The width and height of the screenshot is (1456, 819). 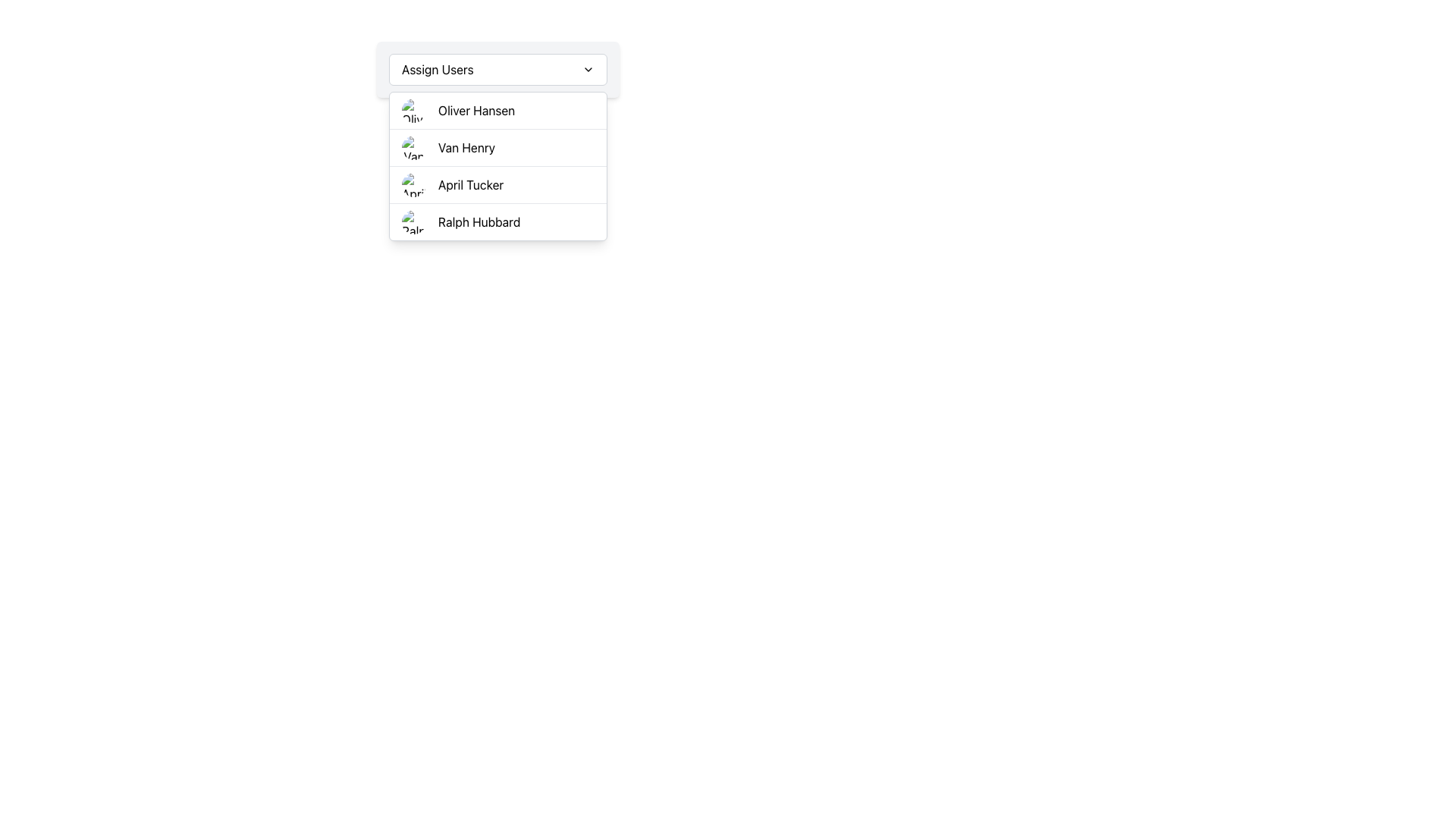 I want to click on to select the dropdown list item displaying 'April Tucker' with a circular avatar image, located as the third item in the vertical list of selectable items, so click(x=498, y=184).